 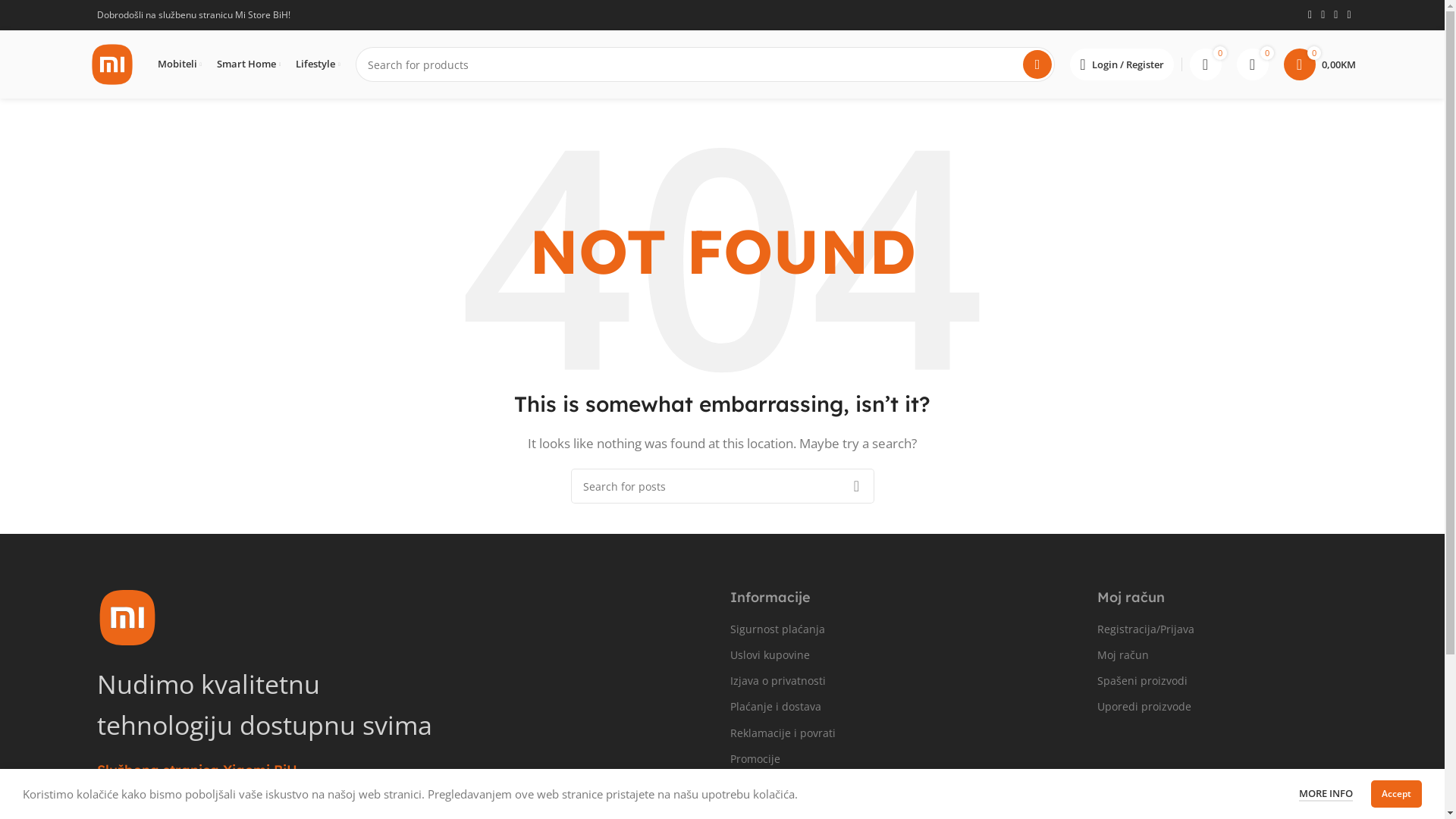 What do you see at coordinates (1325, 792) in the screenshot?
I see `'MORE INFO'` at bounding box center [1325, 792].